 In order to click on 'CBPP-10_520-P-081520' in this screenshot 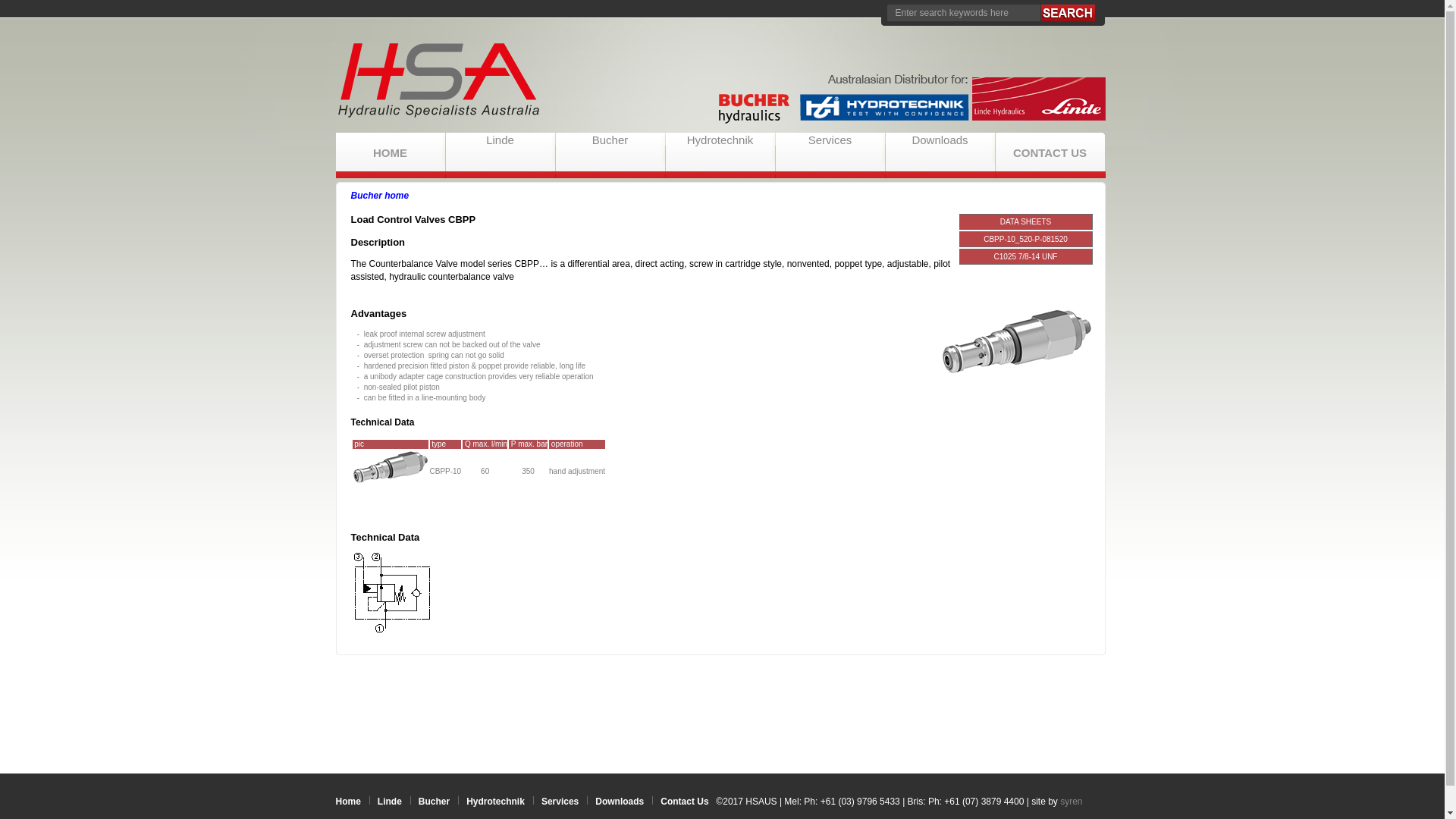, I will do `click(1025, 239)`.